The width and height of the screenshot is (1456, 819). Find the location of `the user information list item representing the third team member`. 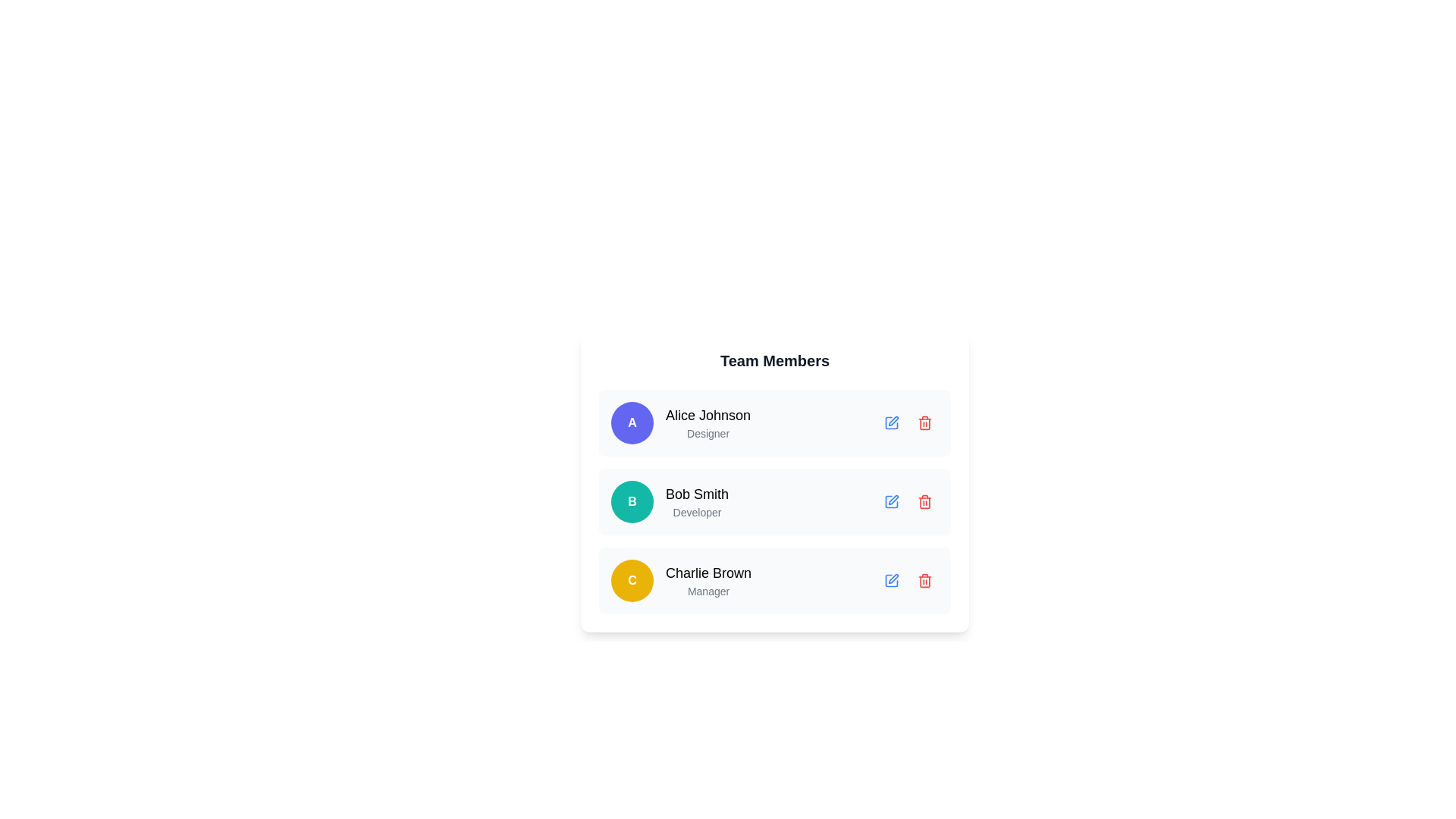

the user information list item representing the third team member is located at coordinates (680, 580).